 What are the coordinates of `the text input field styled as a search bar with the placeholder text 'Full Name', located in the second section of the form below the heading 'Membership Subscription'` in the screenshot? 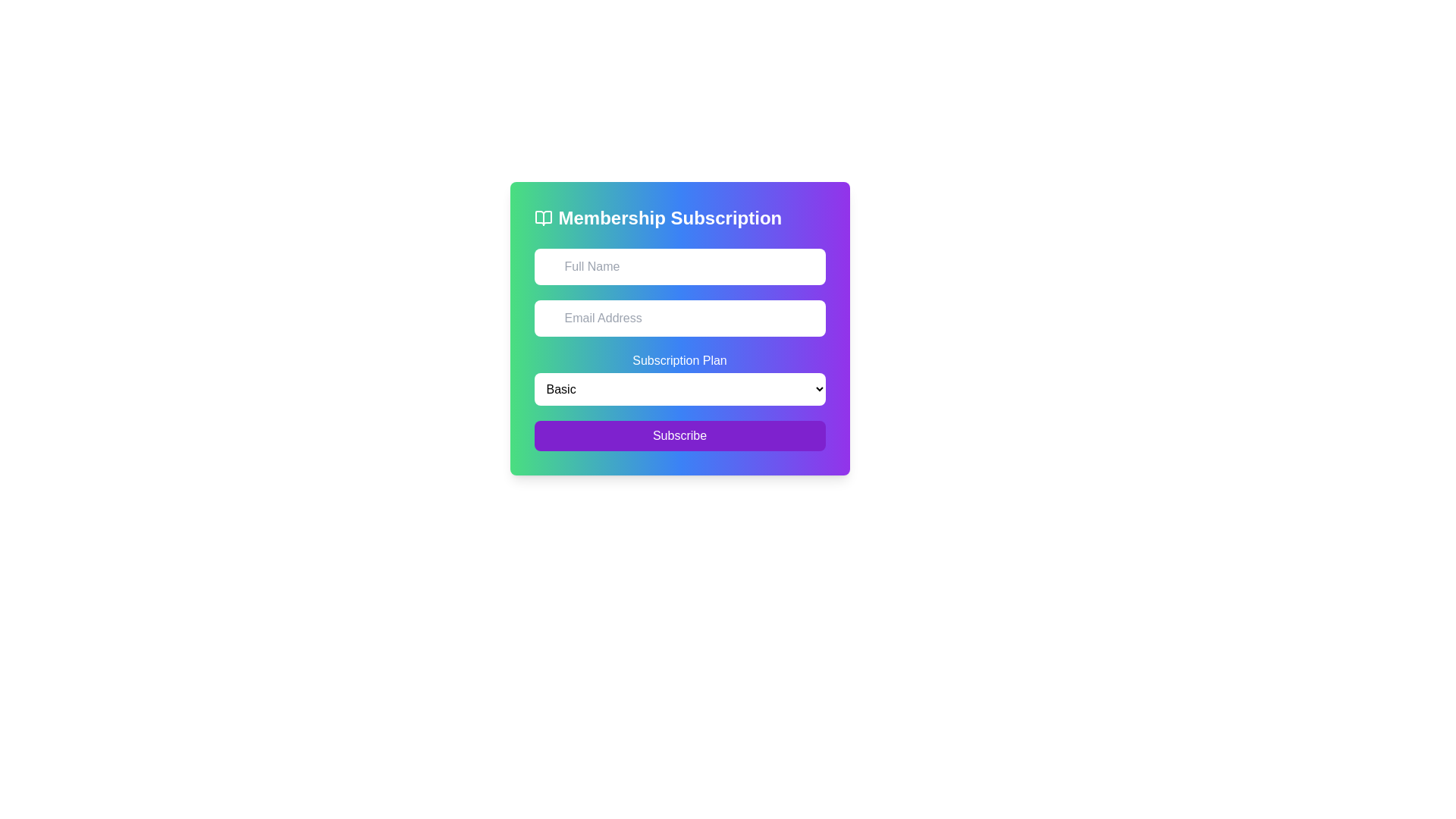 It's located at (679, 265).